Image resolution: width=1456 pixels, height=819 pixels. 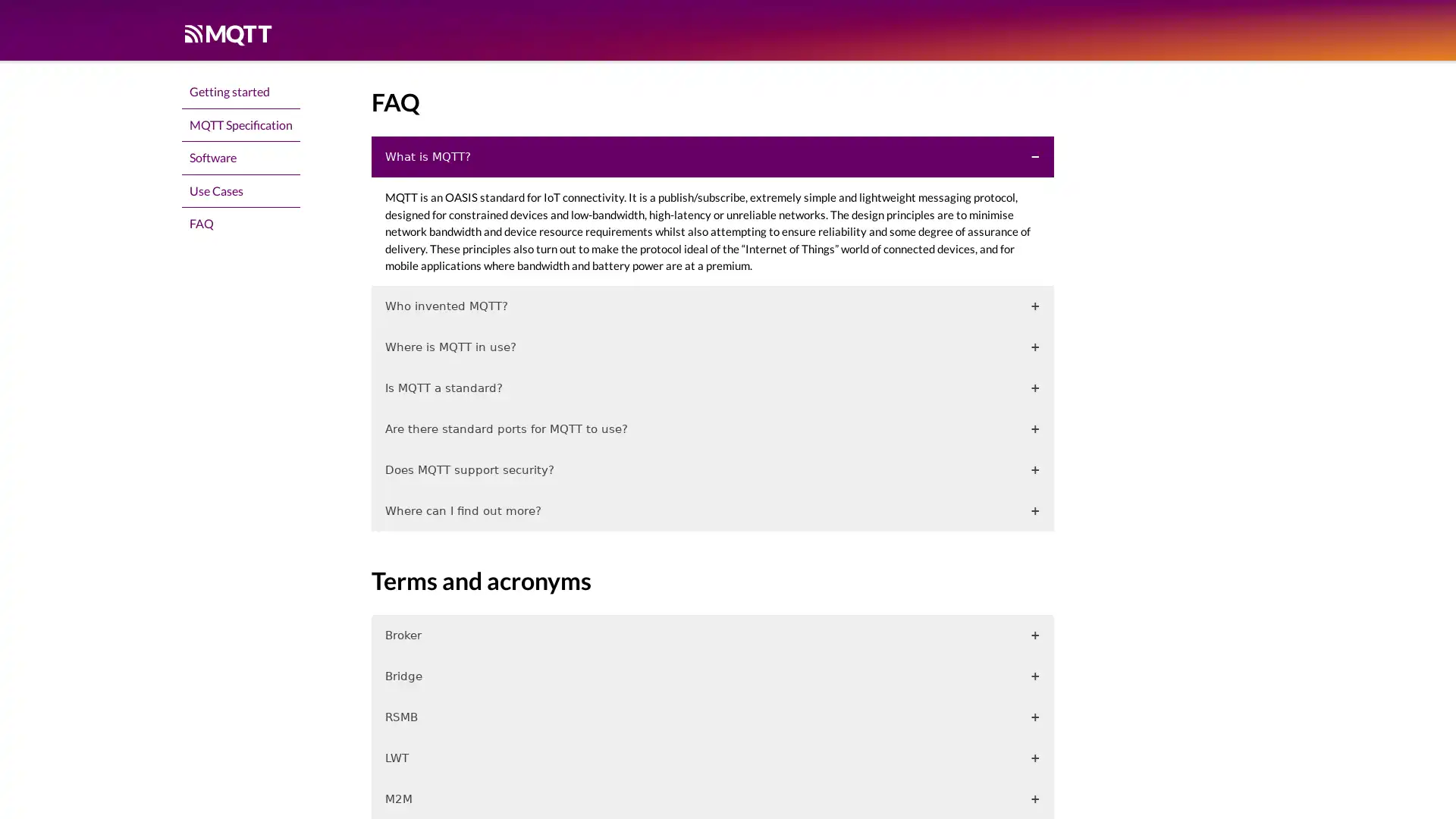 I want to click on Does MQTT support security? +, so click(x=712, y=468).